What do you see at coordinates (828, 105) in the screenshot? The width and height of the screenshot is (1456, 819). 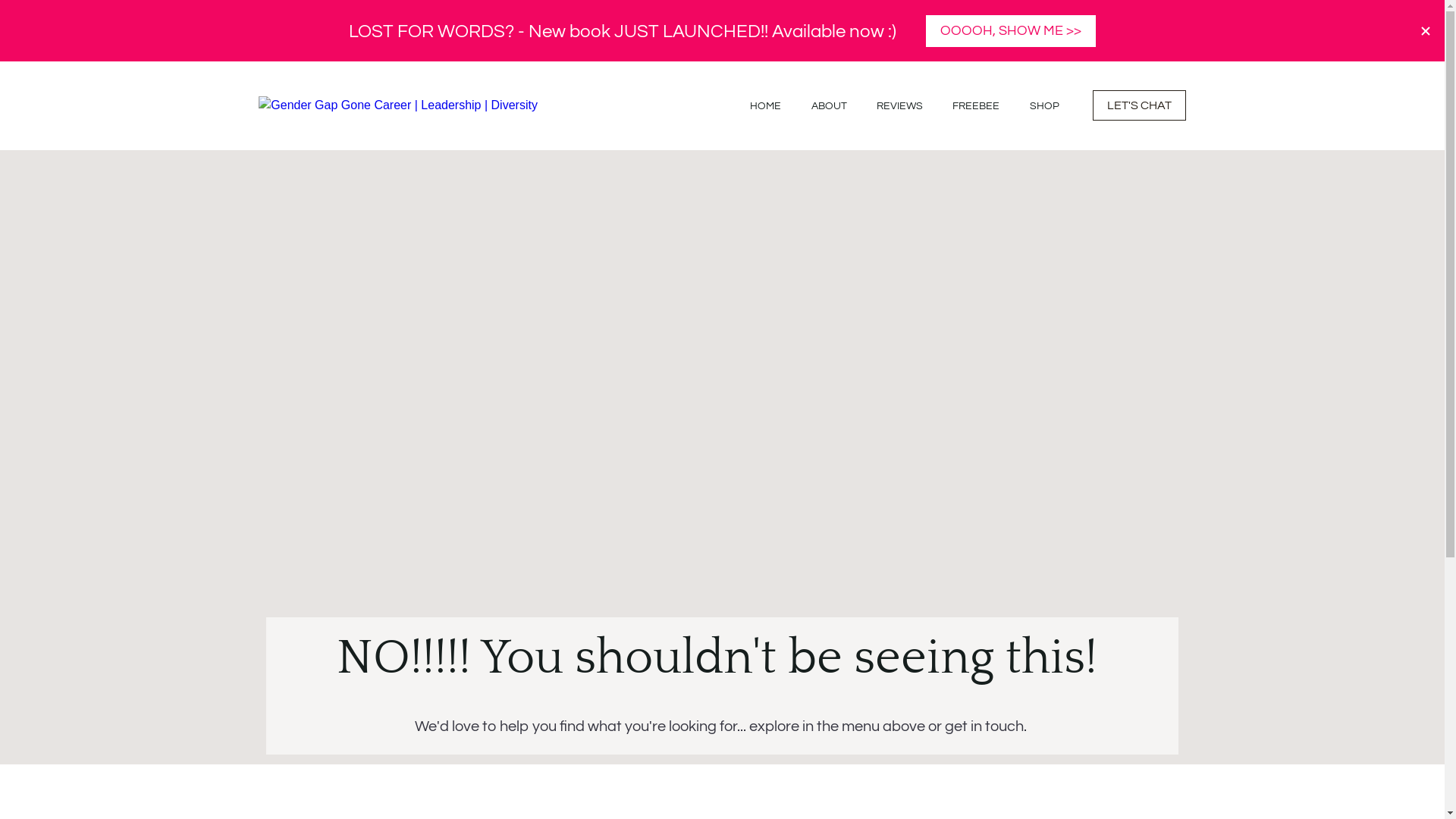 I see `'ABOUT'` at bounding box center [828, 105].